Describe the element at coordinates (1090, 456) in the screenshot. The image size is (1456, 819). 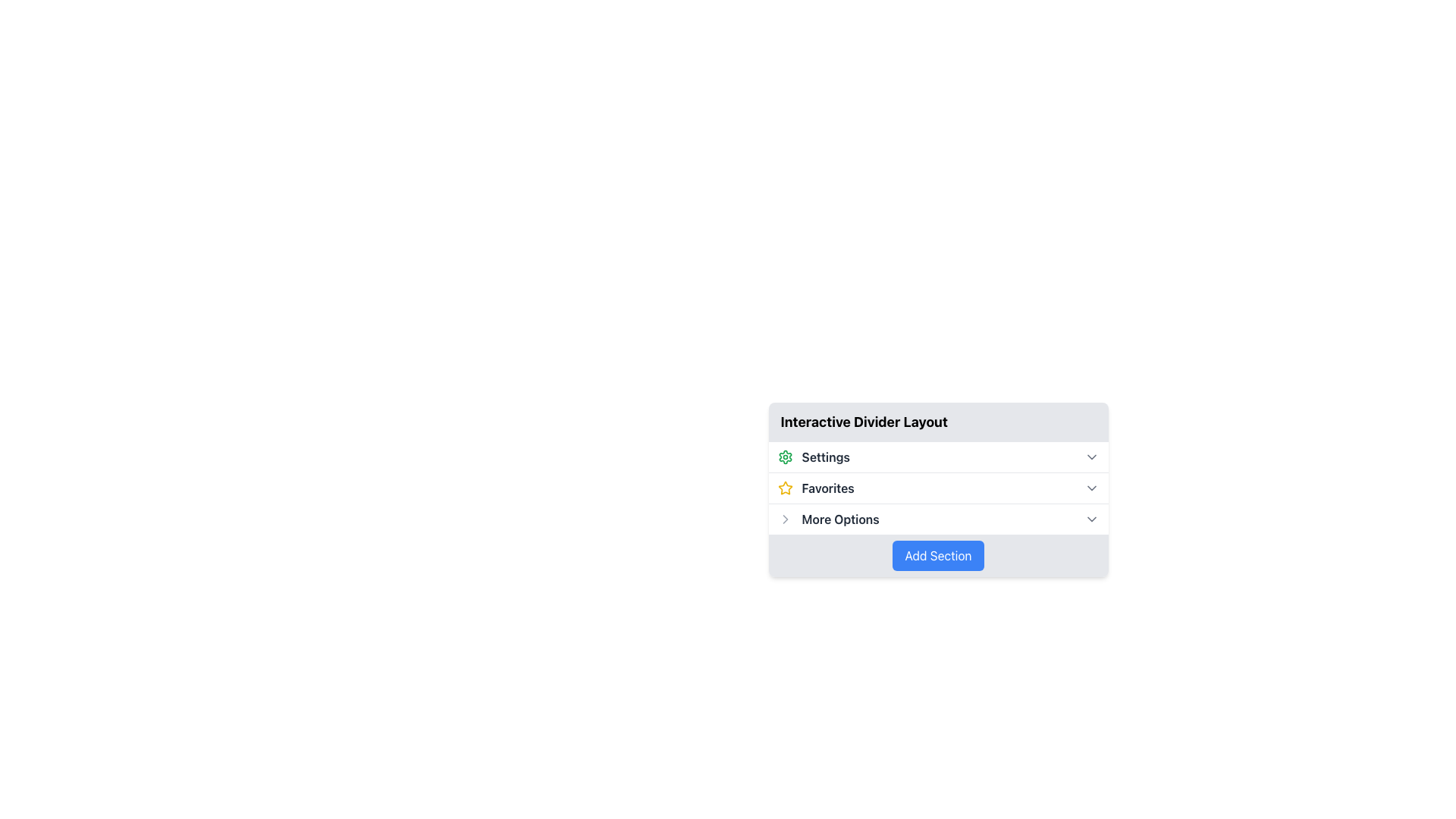
I see `the chevron icon located at the rightmost position in the 'Settings' menu row` at that location.